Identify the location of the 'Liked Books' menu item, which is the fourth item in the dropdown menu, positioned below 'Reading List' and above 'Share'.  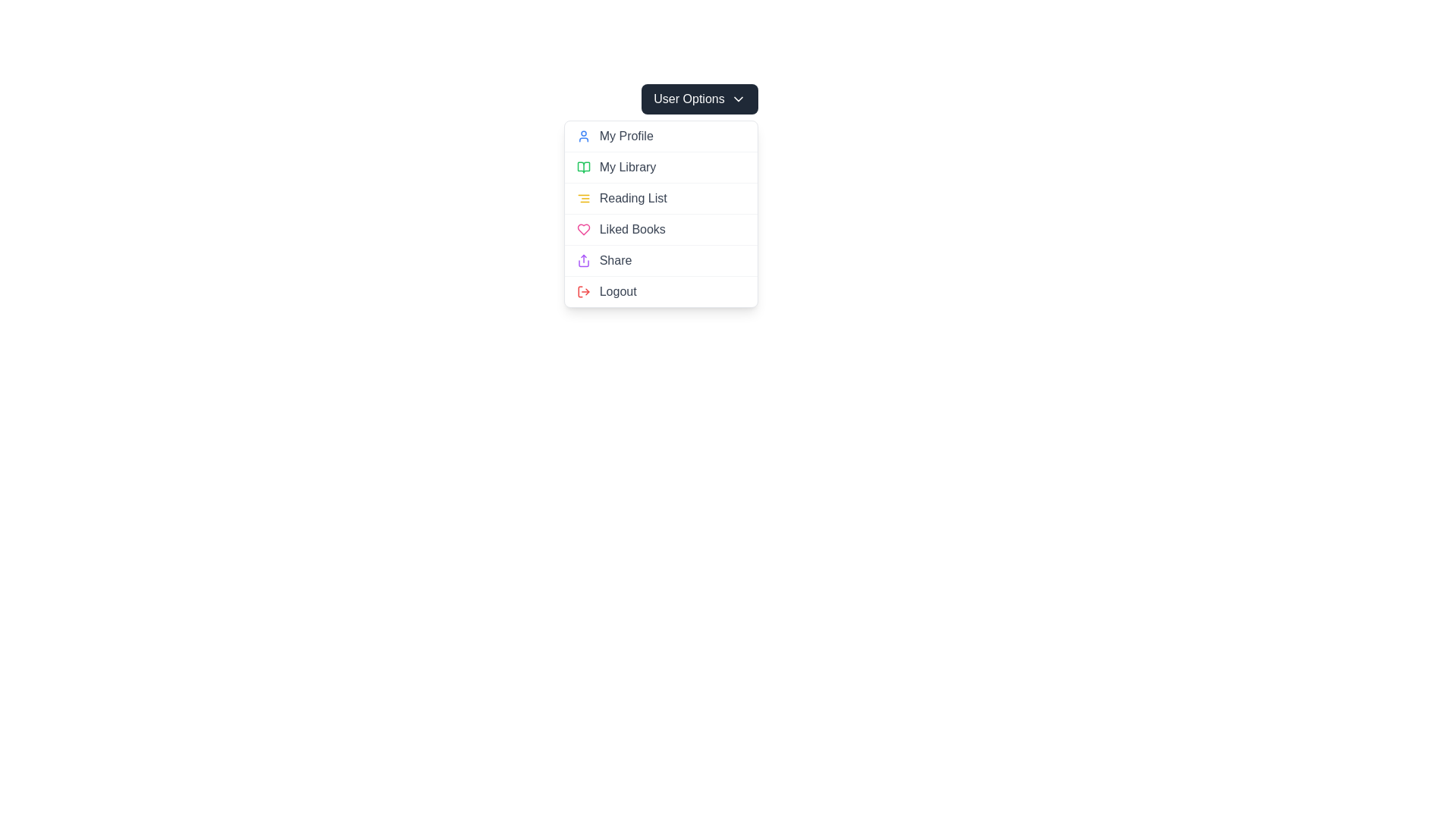
(661, 229).